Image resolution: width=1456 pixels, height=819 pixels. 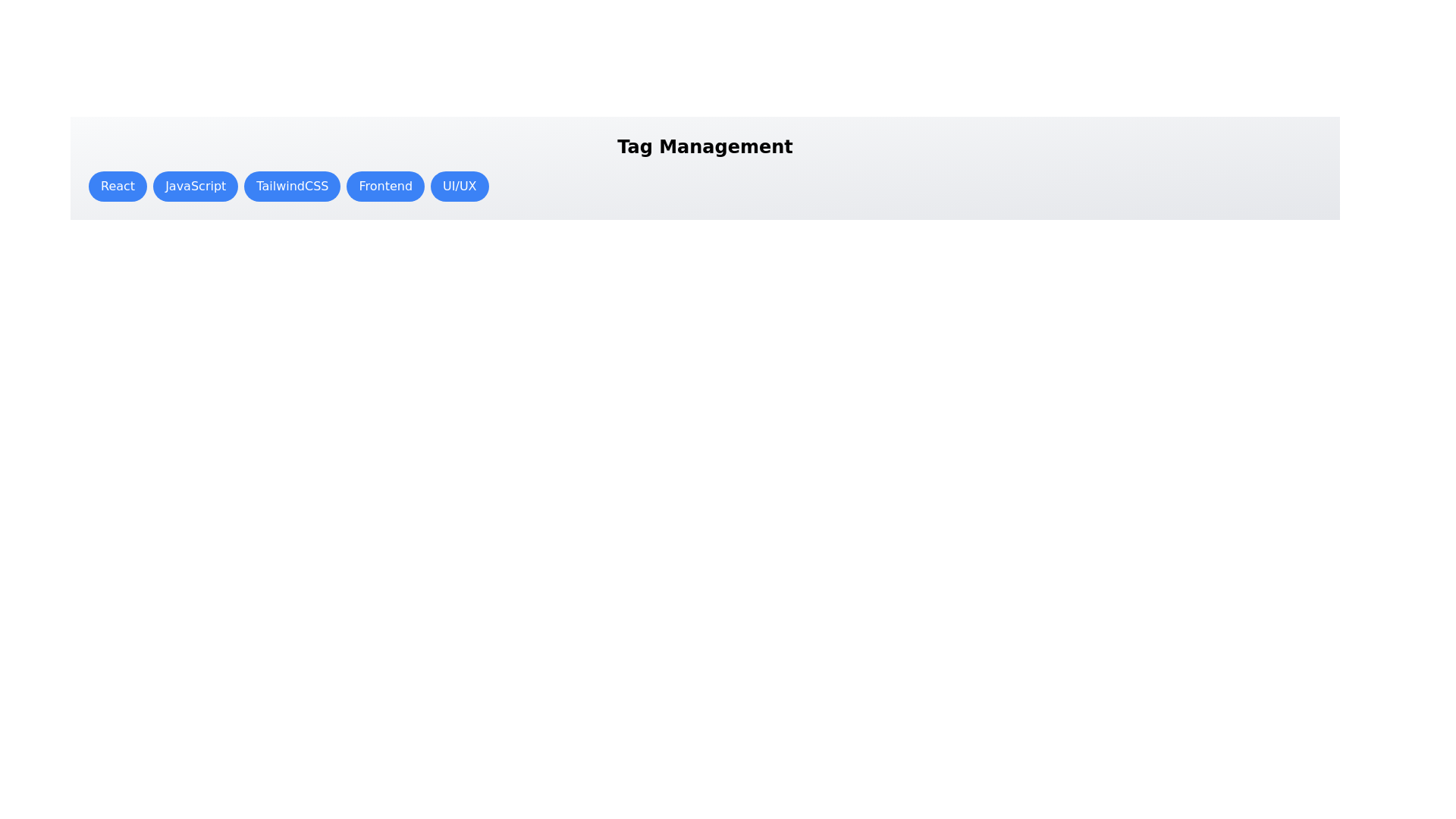 What do you see at coordinates (292, 186) in the screenshot?
I see `the tag button labeled TailwindCSS` at bounding box center [292, 186].